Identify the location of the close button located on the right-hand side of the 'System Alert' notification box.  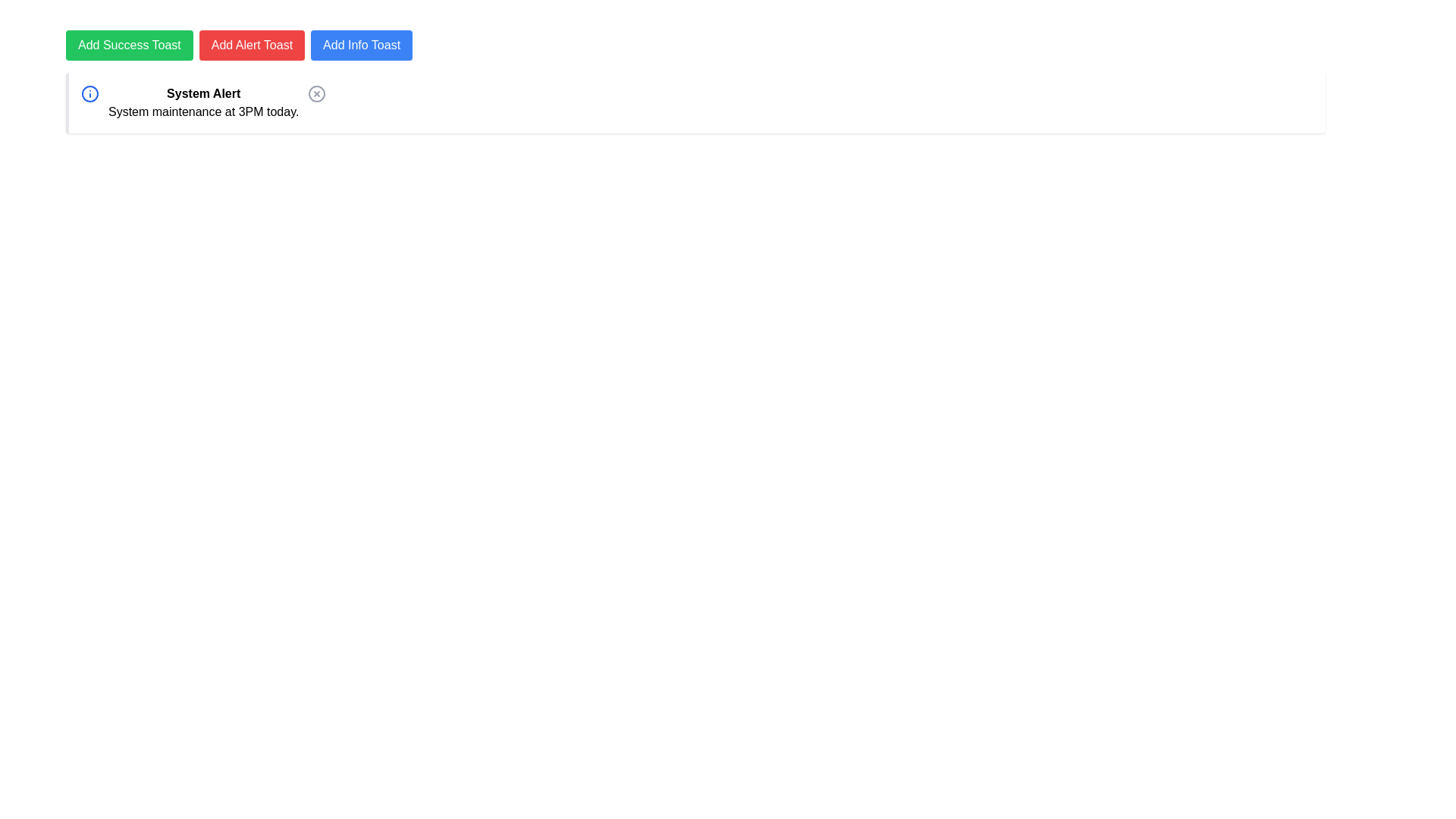
(316, 93).